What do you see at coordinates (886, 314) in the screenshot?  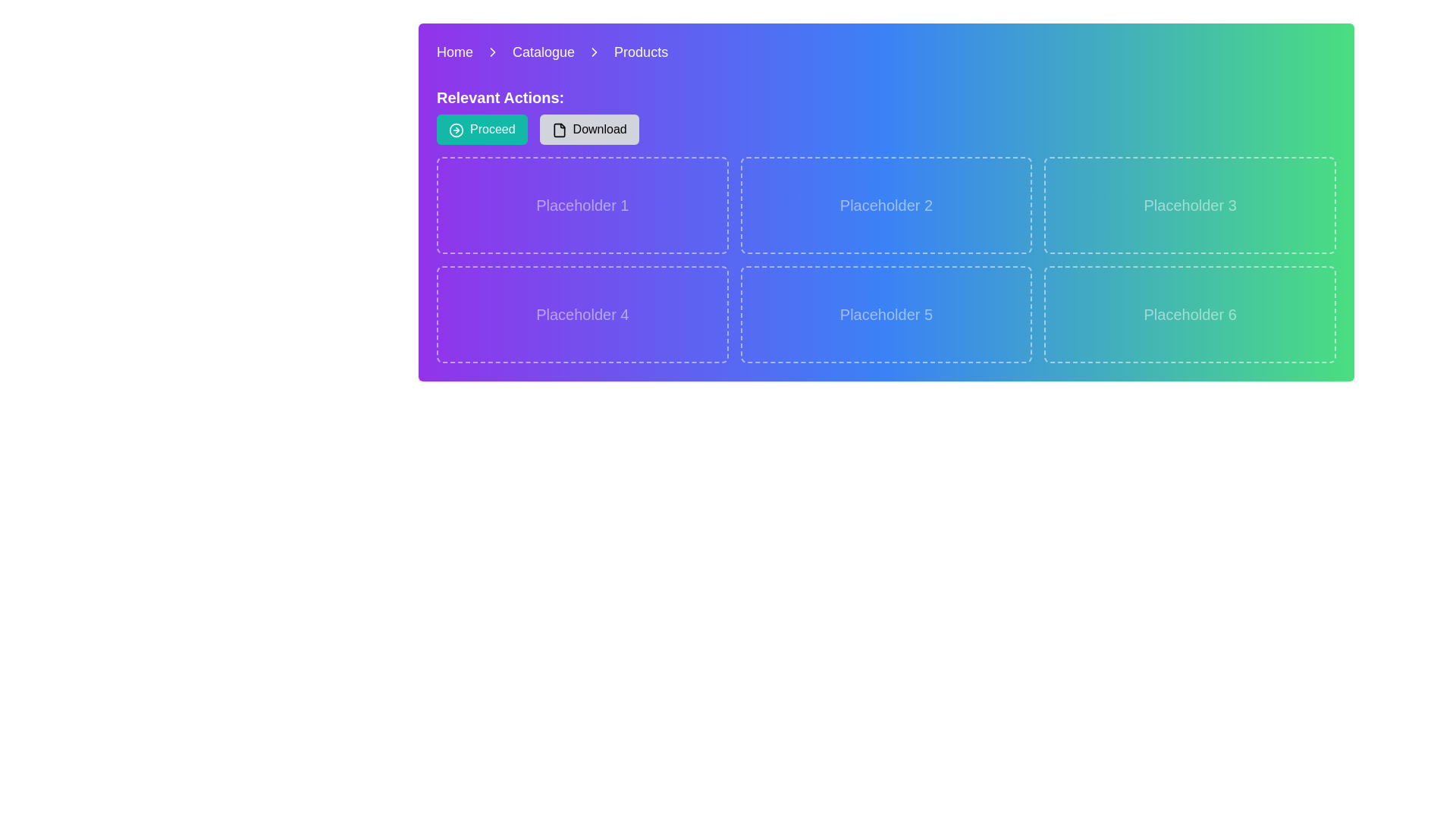 I see `the Placeholder box with a dashed border and light blue background that contains the text 'Placeholder 5'` at bounding box center [886, 314].